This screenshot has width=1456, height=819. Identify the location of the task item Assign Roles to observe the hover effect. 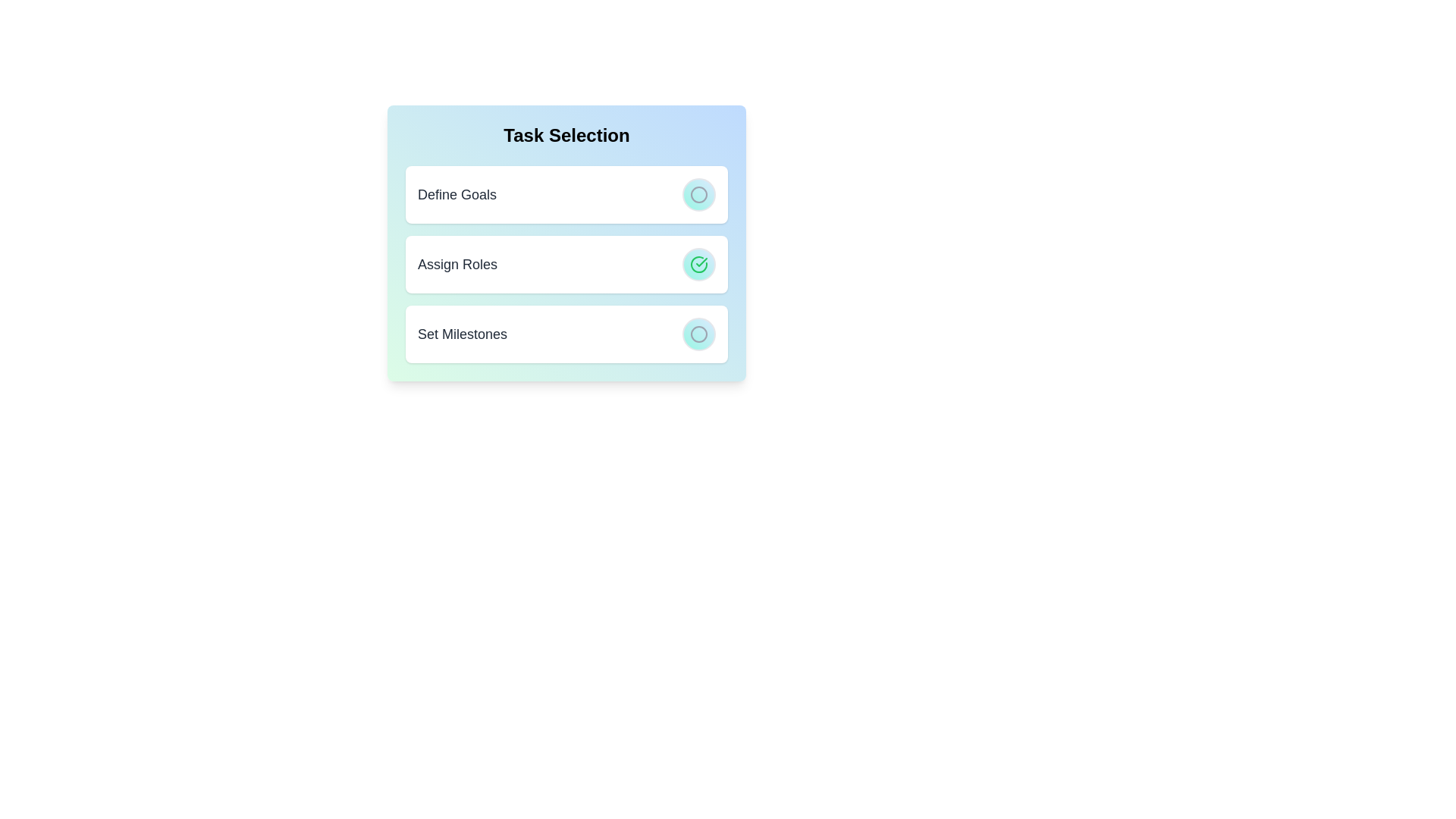
(566, 263).